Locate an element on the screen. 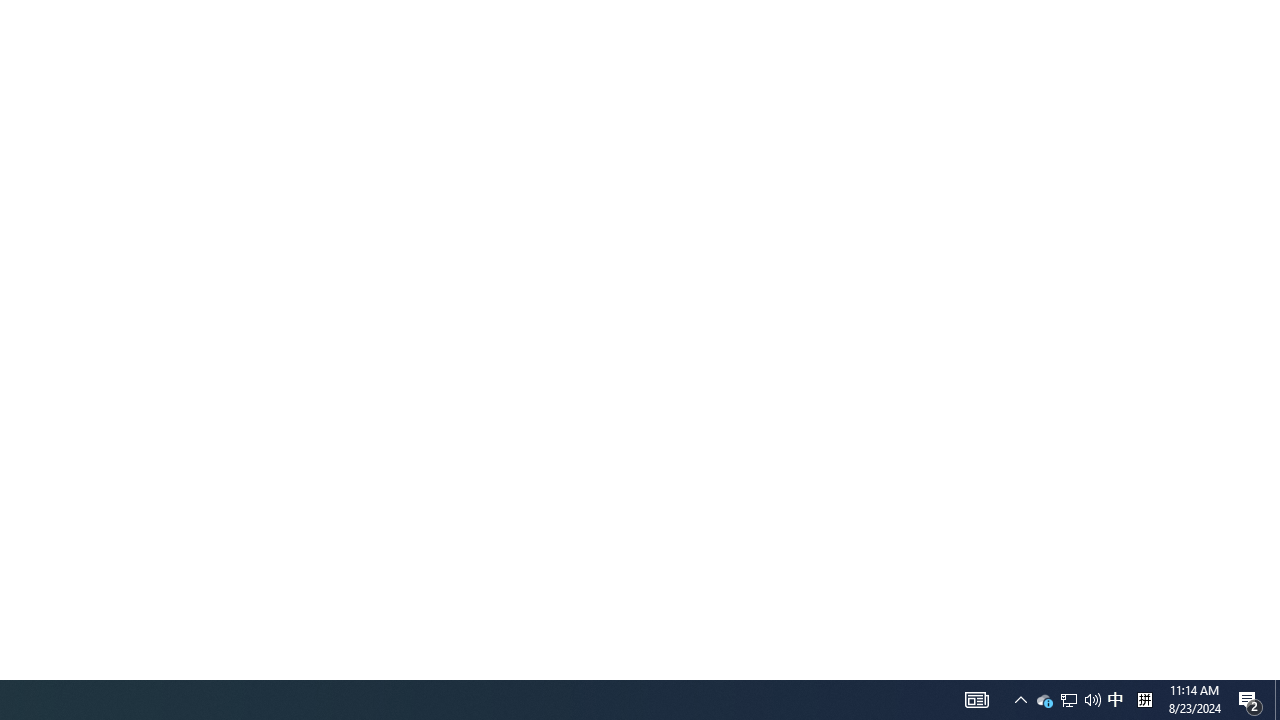  'Show desktop' is located at coordinates (1276, 698).